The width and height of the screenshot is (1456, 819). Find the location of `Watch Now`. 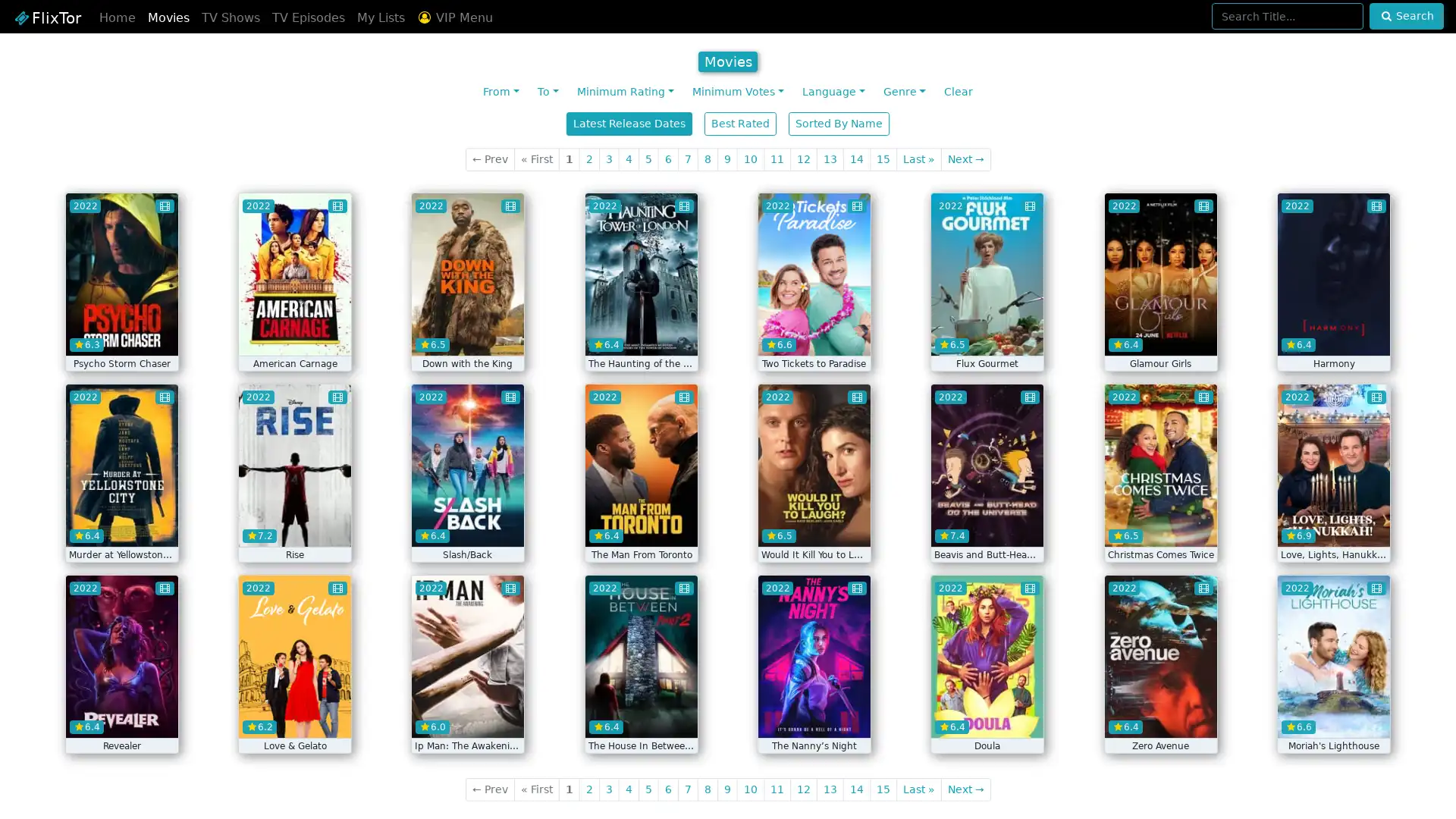

Watch Now is located at coordinates (813, 332).